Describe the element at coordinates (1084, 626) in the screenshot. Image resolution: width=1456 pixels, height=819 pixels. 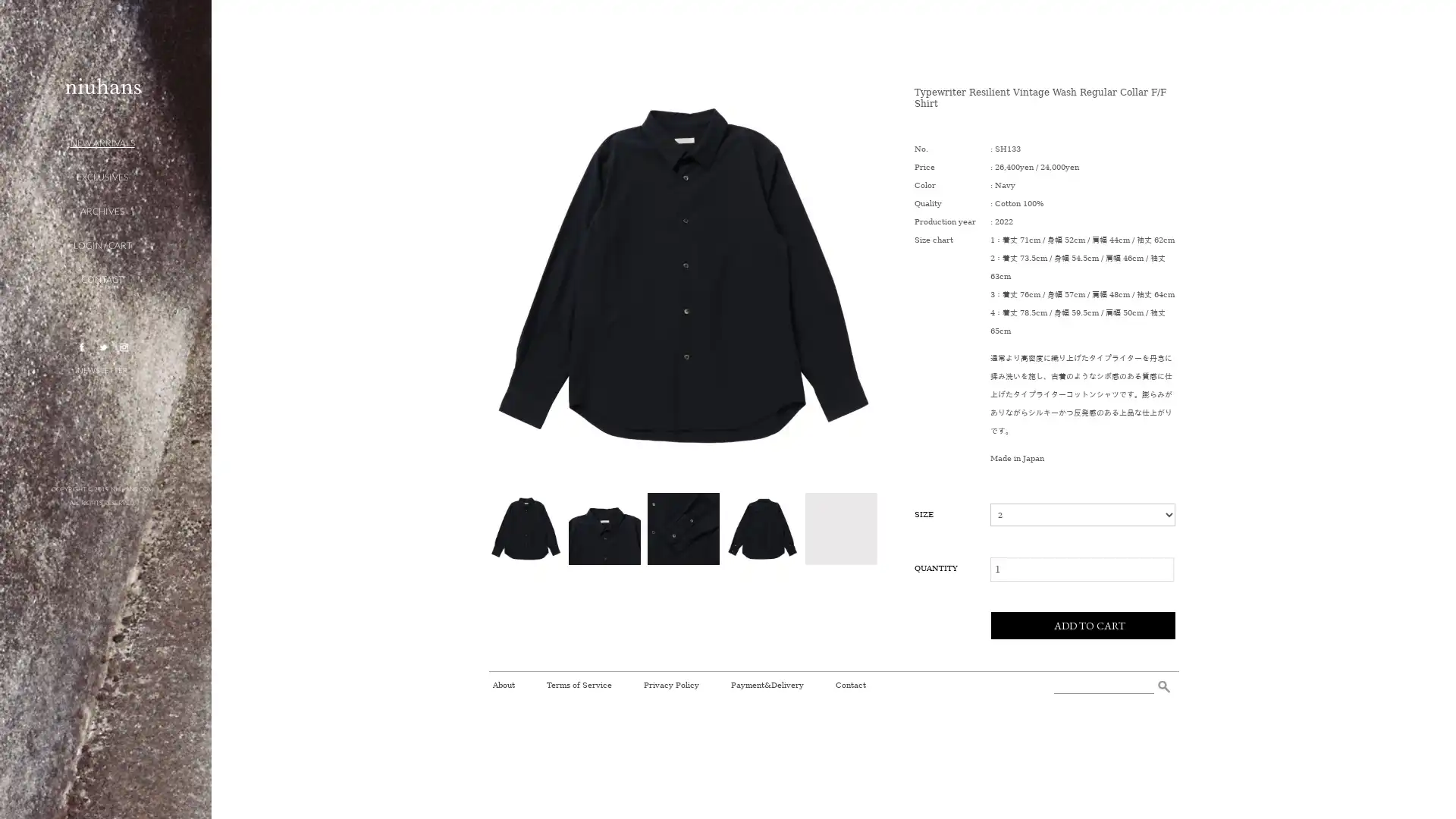
I see `ADD TO CART` at that location.